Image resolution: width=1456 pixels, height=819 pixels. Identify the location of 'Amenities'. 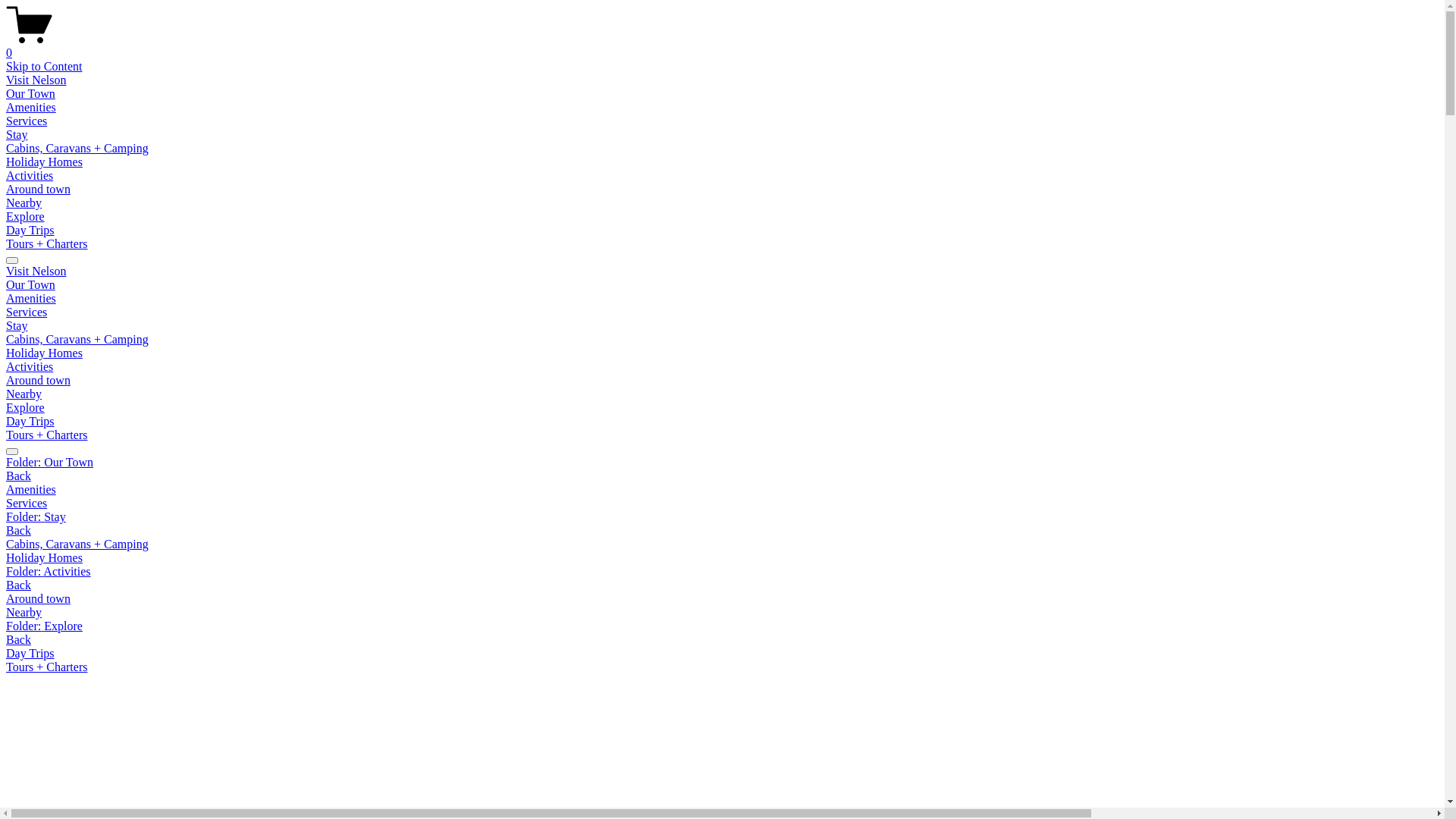
(6, 106).